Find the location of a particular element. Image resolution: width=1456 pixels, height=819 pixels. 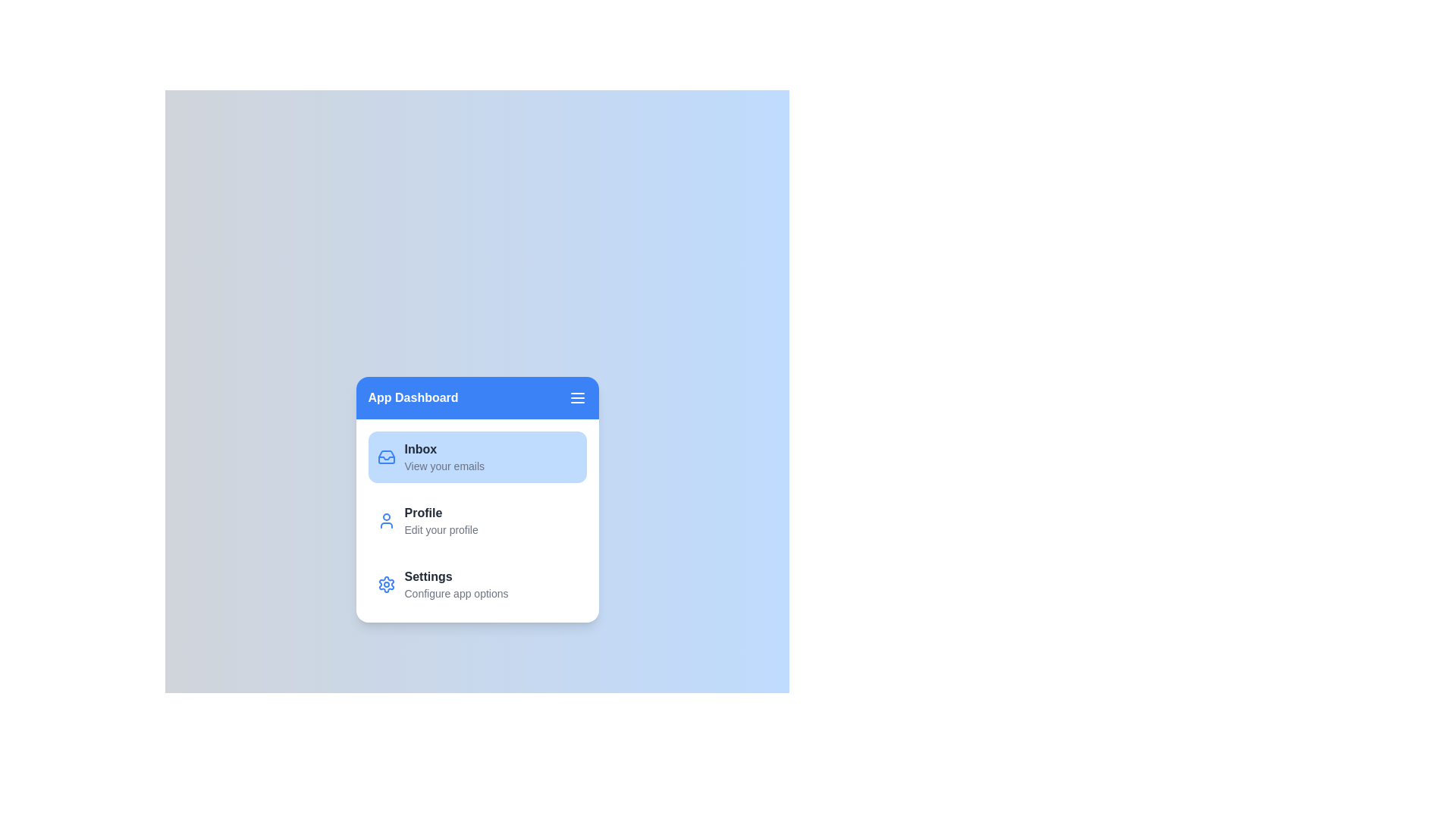

the section Inbox from the sidebar menu is located at coordinates (476, 456).